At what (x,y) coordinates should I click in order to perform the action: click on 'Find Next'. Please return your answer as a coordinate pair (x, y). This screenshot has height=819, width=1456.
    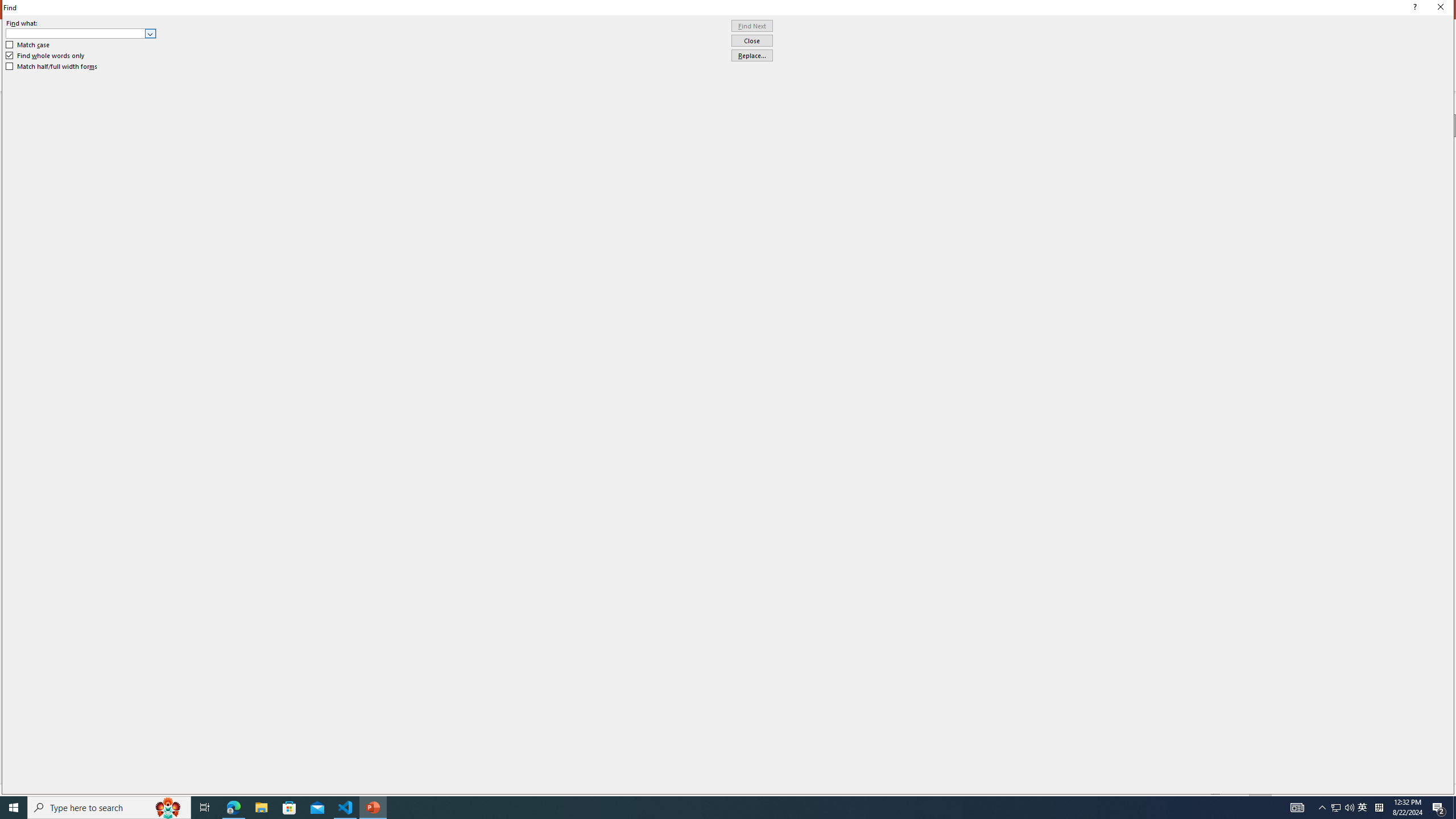
    Looking at the image, I should click on (751, 26).